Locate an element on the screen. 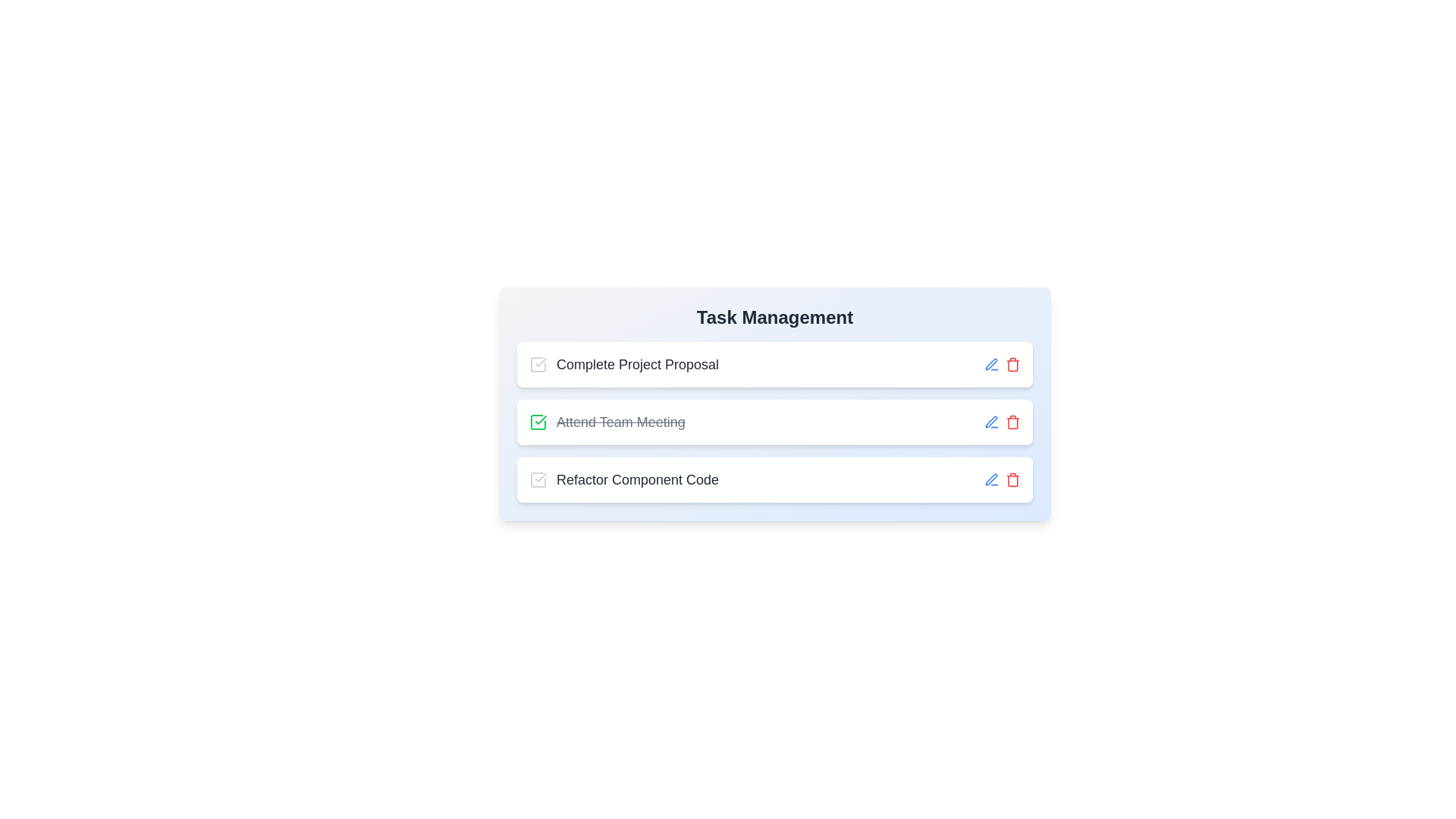  the Checkbox icon located in the SVG graphic in the first column of the third row, adjacent to the label 'Refactor Component Code' is located at coordinates (538, 479).